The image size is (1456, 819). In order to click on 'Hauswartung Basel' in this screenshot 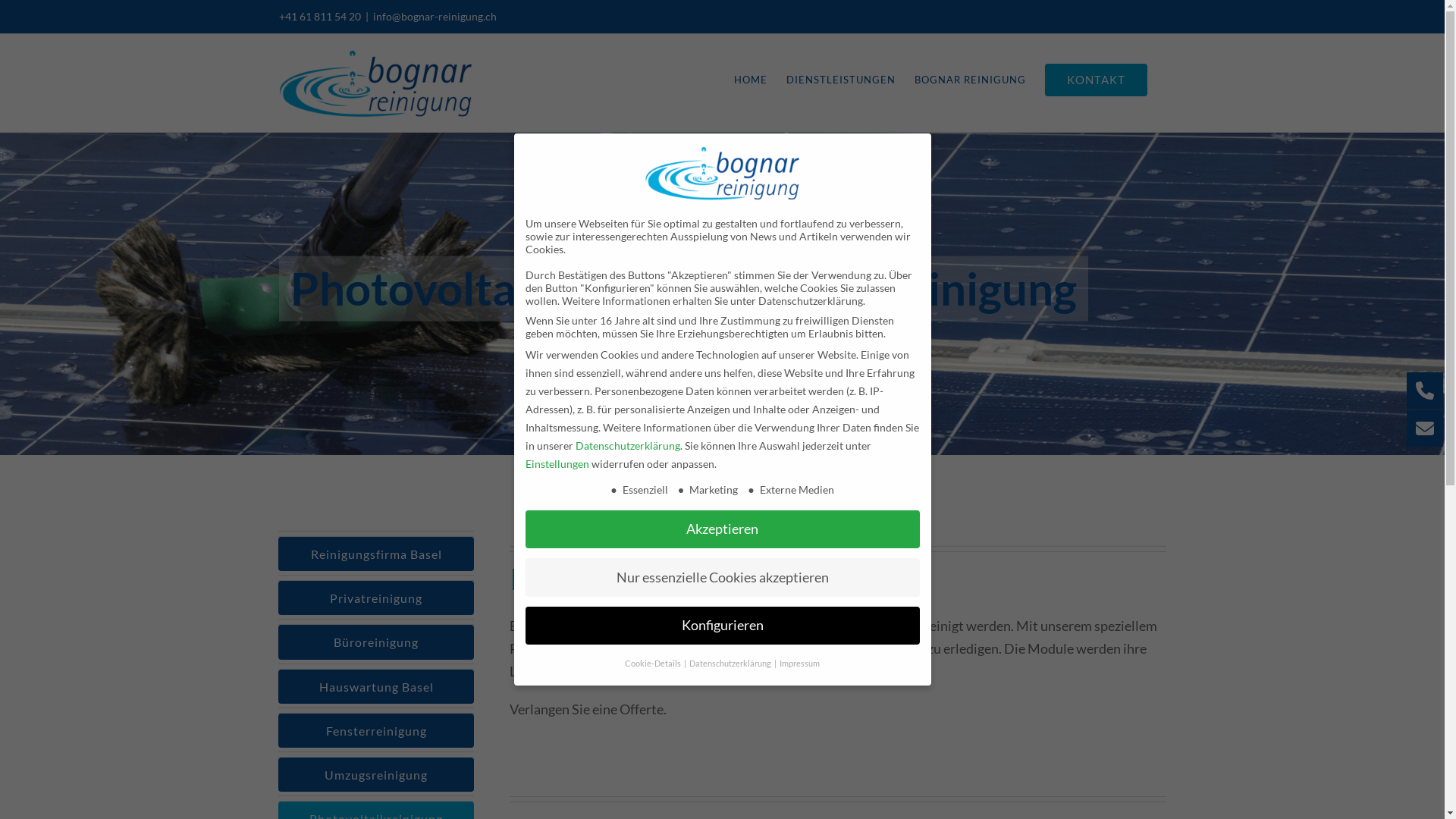, I will do `click(375, 686)`.